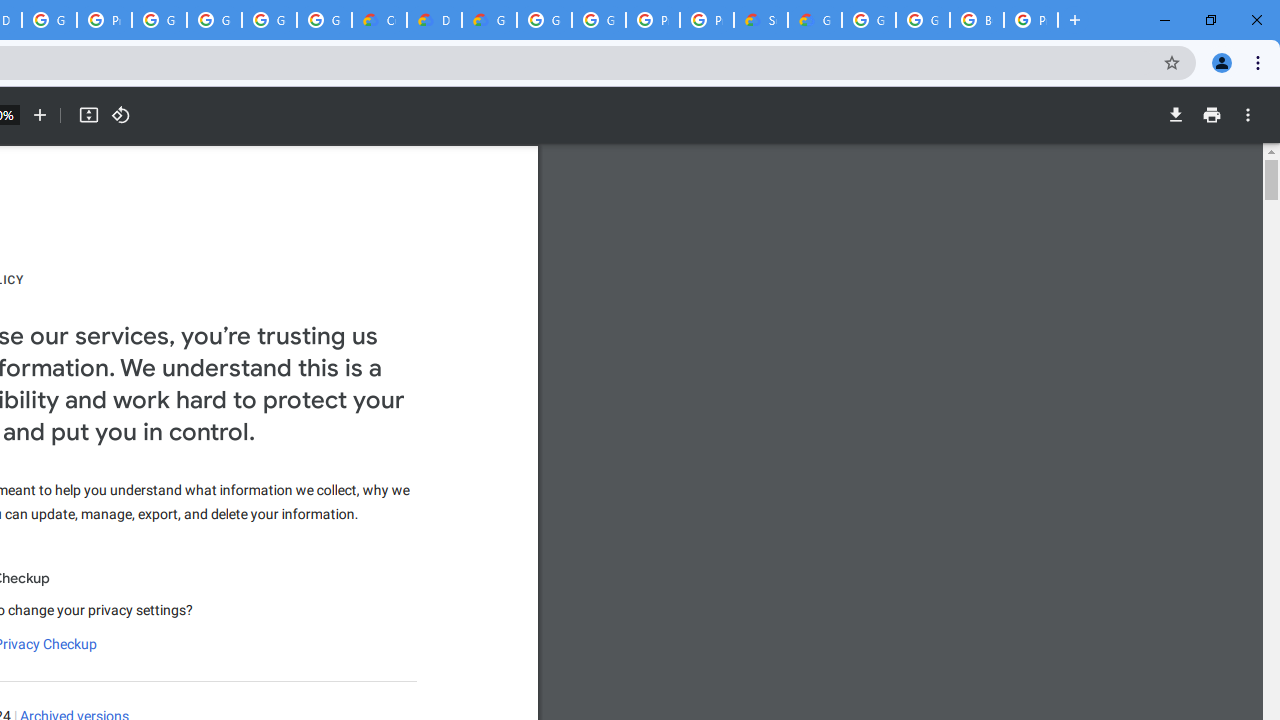 Image resolution: width=1280 pixels, height=720 pixels. I want to click on 'Customer Care | Google Cloud', so click(379, 20).